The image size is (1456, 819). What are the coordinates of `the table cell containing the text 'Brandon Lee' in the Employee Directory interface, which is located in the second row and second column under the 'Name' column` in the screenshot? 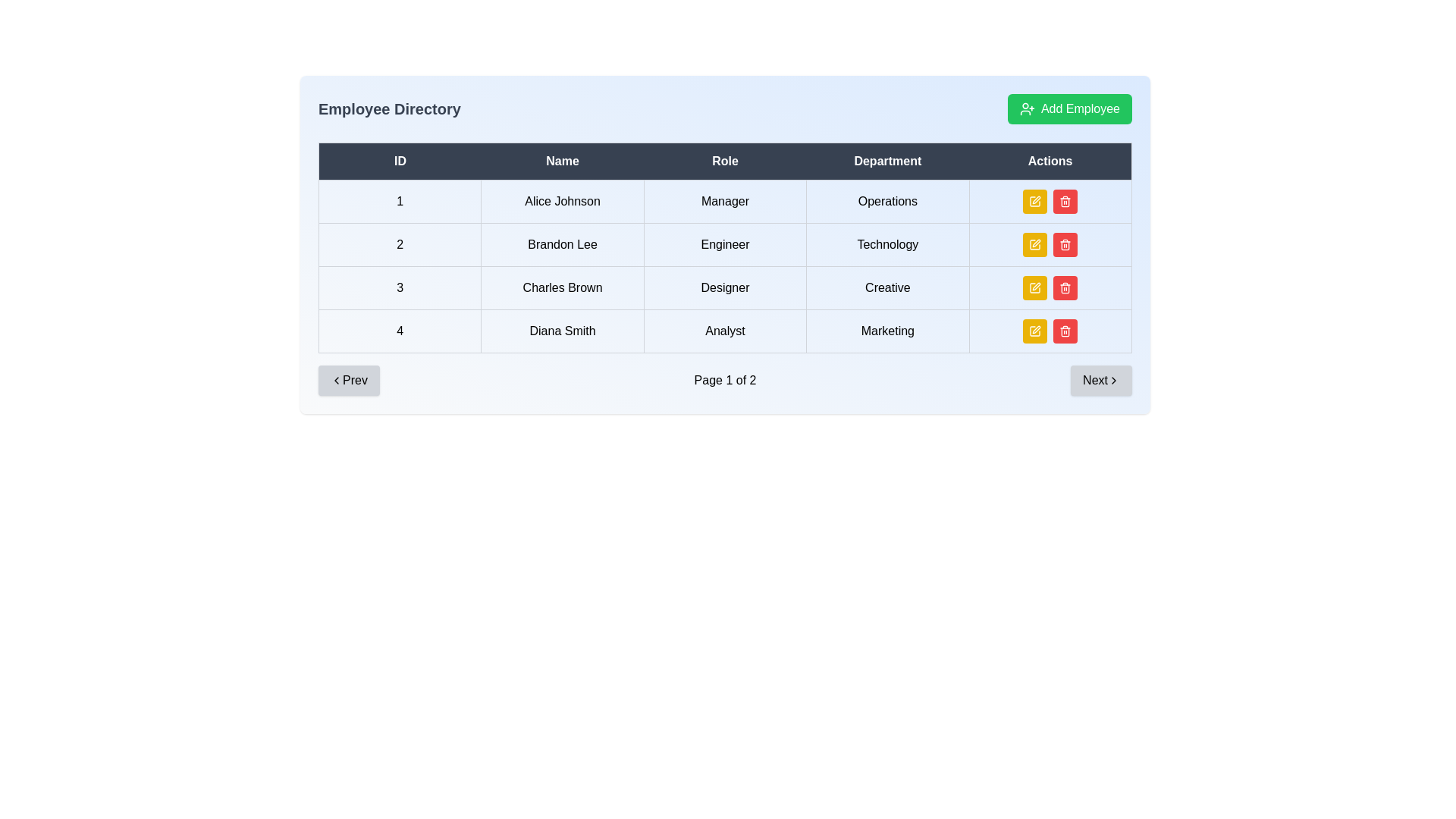 It's located at (562, 244).